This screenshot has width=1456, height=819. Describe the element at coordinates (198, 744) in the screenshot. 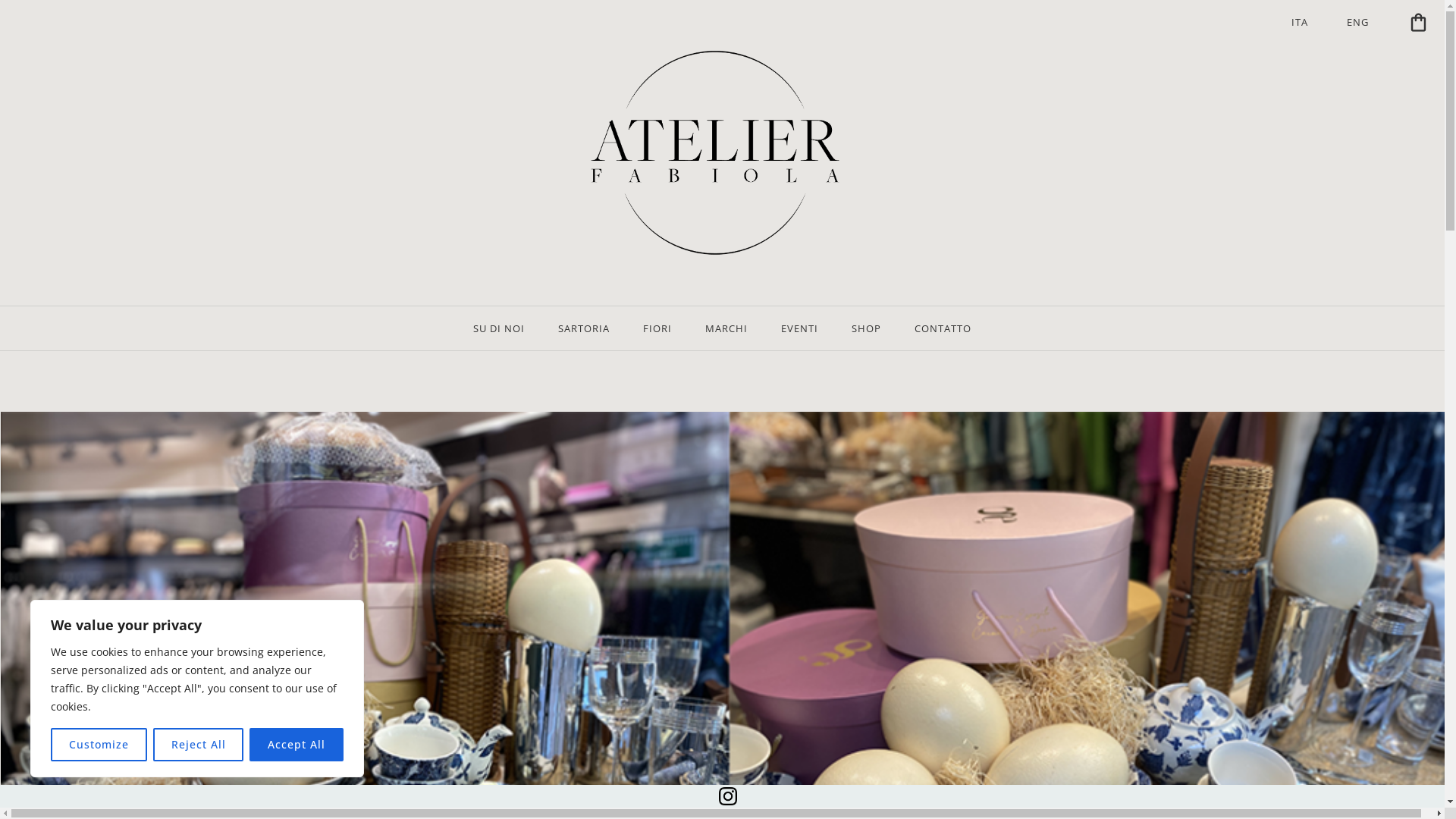

I see `'Reject All'` at that location.